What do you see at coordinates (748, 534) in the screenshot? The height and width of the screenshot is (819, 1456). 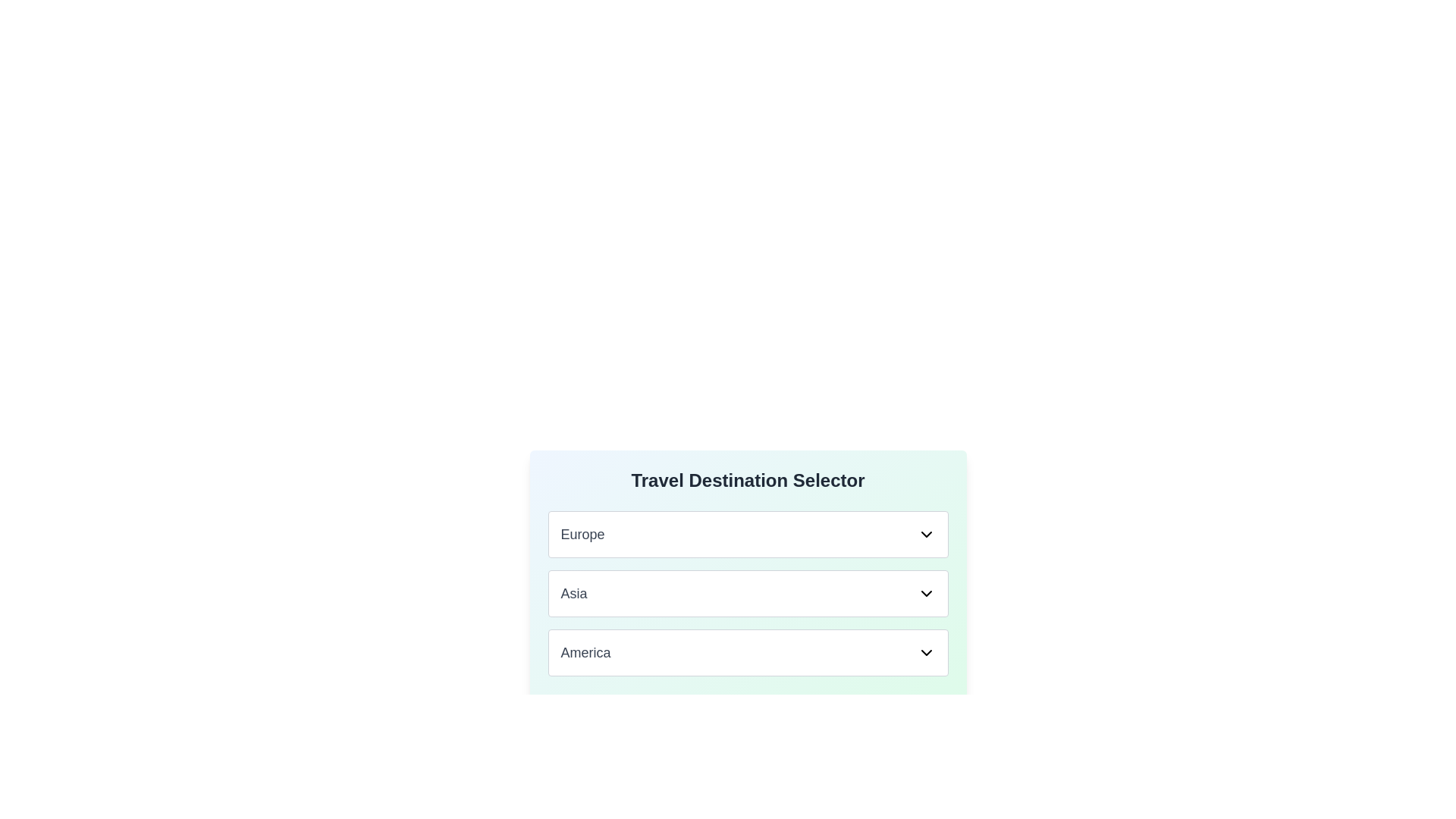 I see `the 'Europe' dropdown selector` at bounding box center [748, 534].